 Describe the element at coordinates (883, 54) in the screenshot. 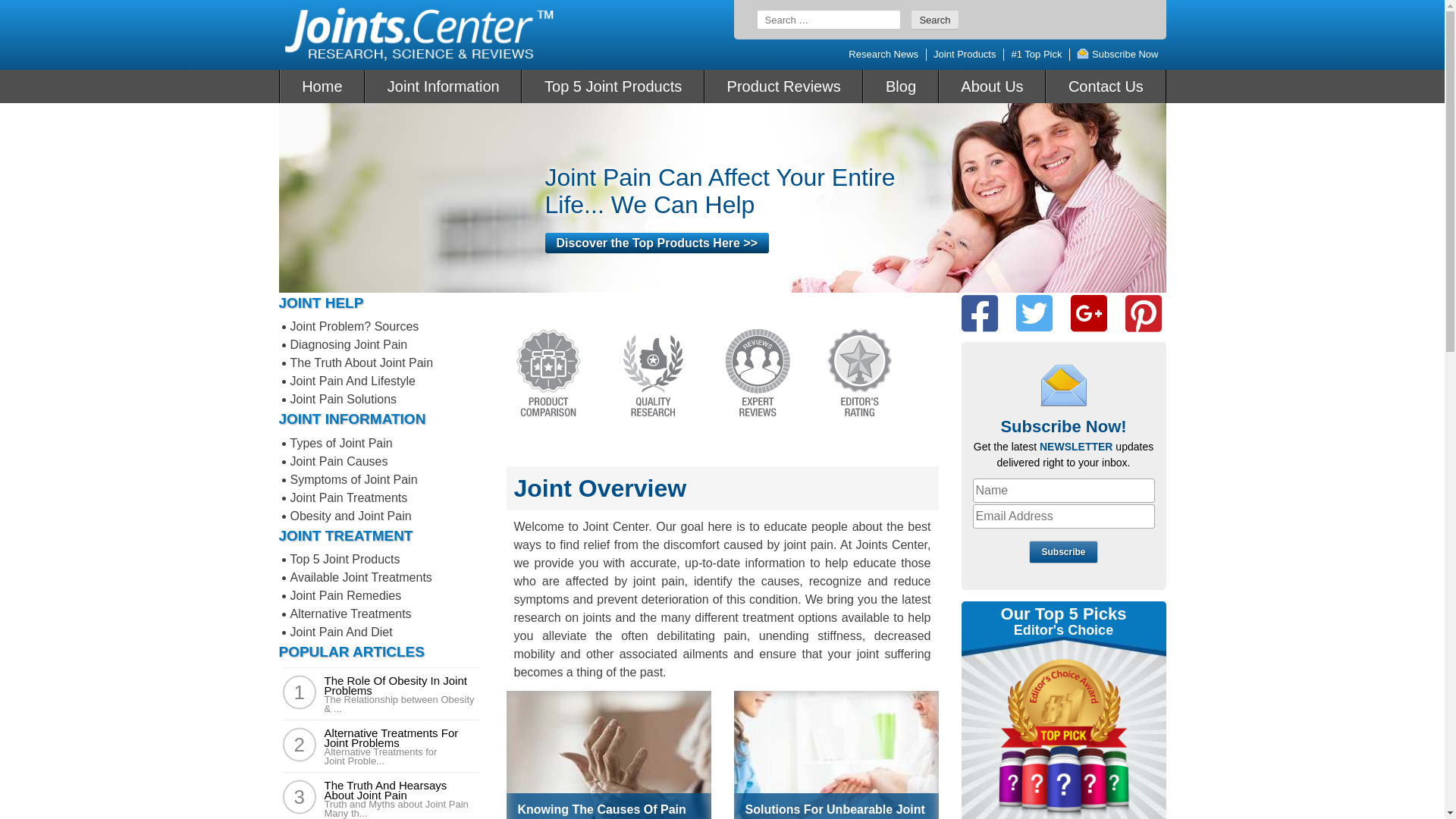

I see `'Research News'` at that location.